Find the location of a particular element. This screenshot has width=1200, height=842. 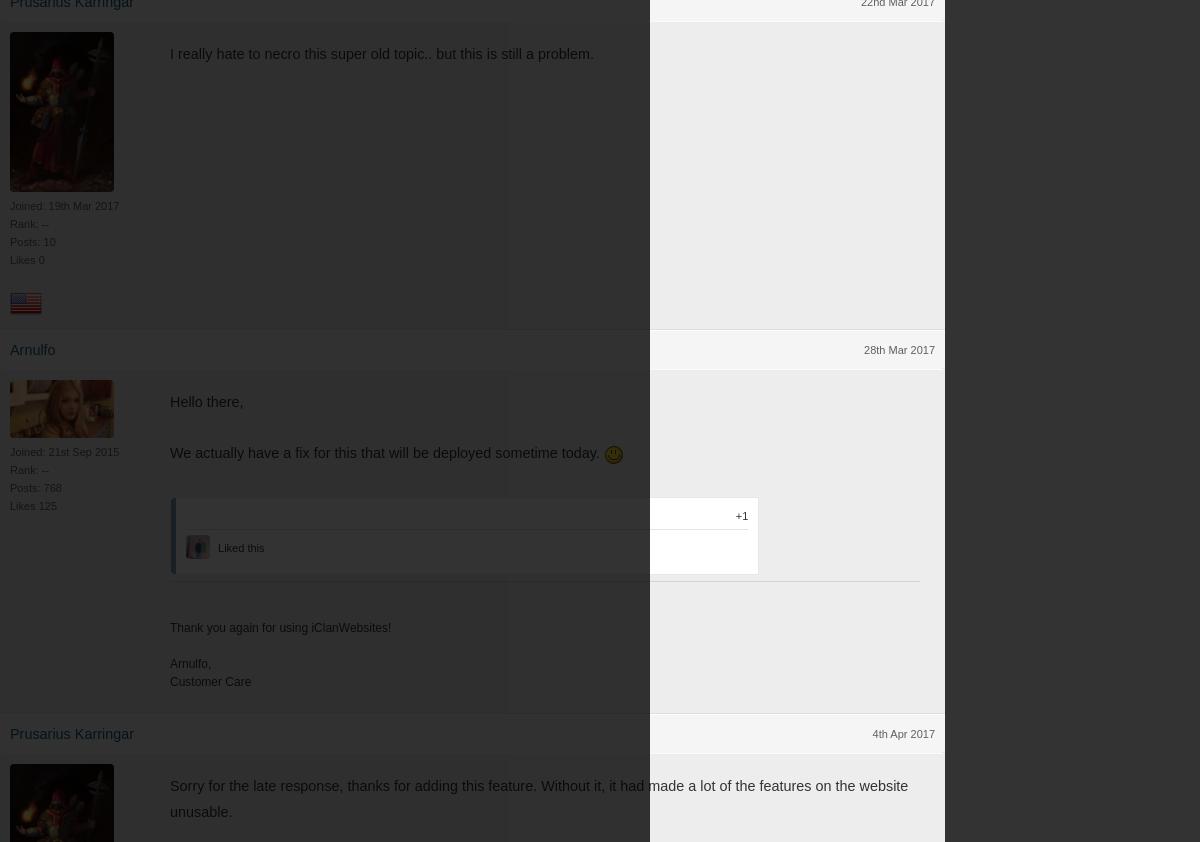

'Prusarius Karringar' is located at coordinates (71, 733).